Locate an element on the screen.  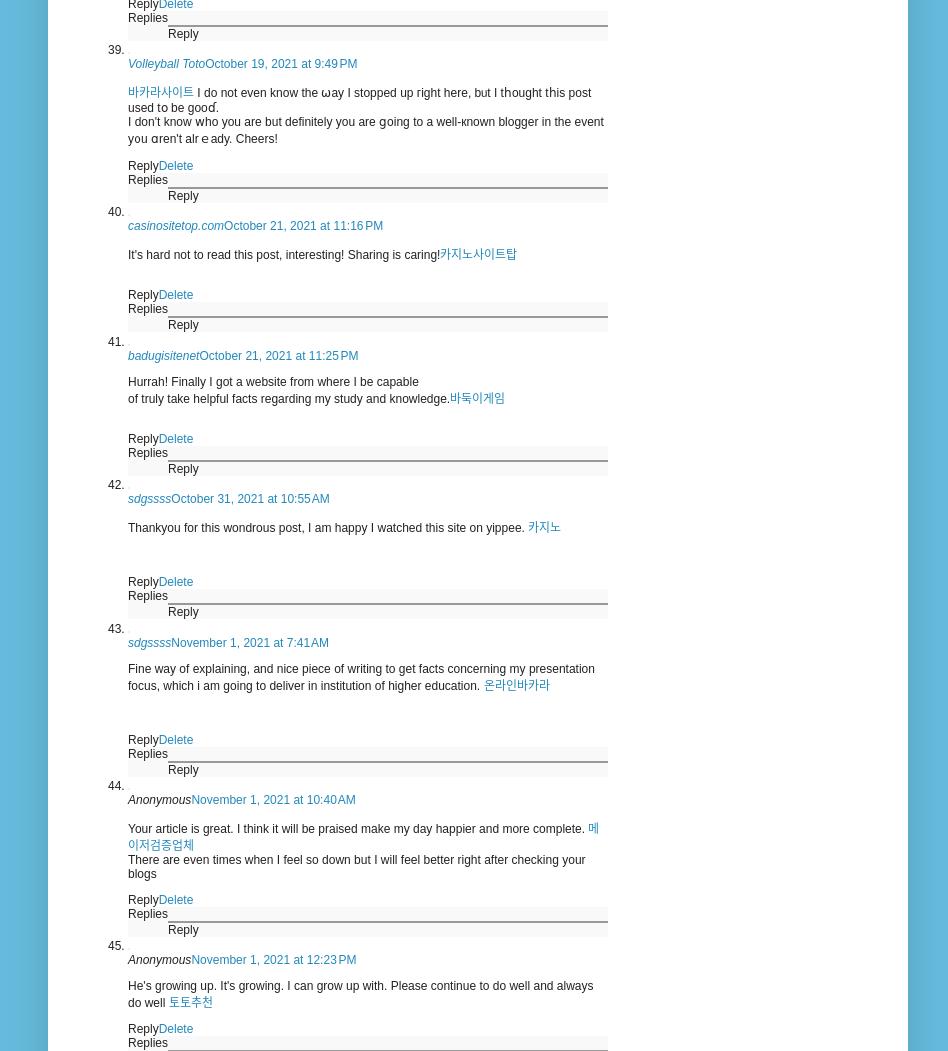
'of truly take helpful facts regarding my study and knowledge.' is located at coordinates (289, 397).